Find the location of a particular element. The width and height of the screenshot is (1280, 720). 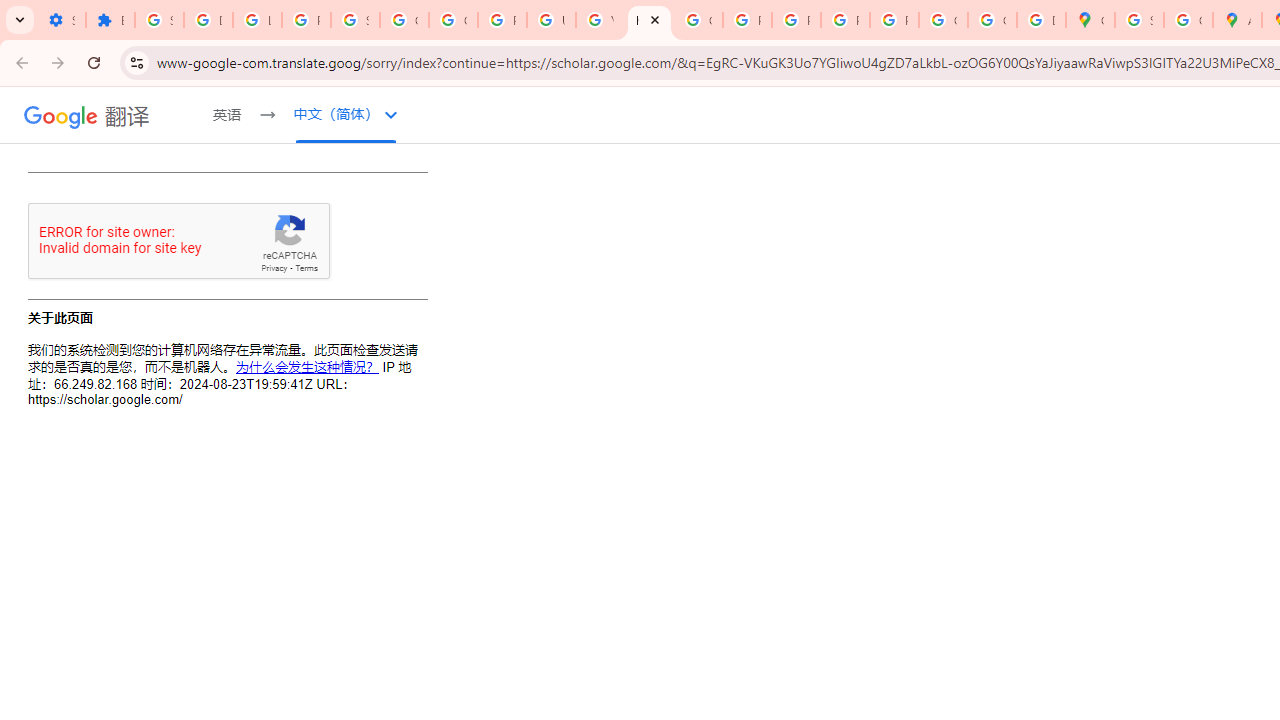

'Google Maps' is located at coordinates (1089, 20).